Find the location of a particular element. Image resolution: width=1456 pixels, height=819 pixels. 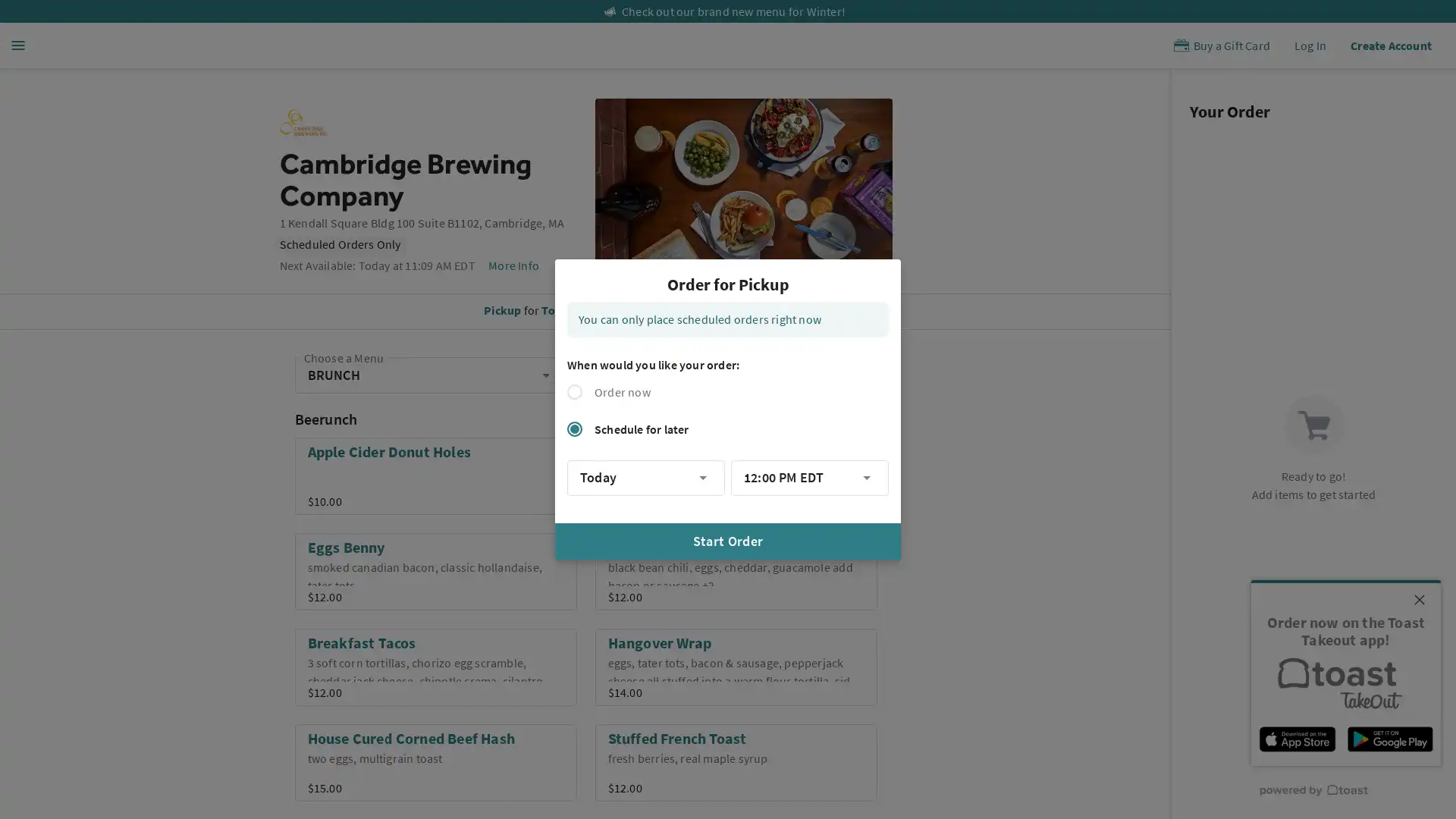

More Info is located at coordinates (513, 265).